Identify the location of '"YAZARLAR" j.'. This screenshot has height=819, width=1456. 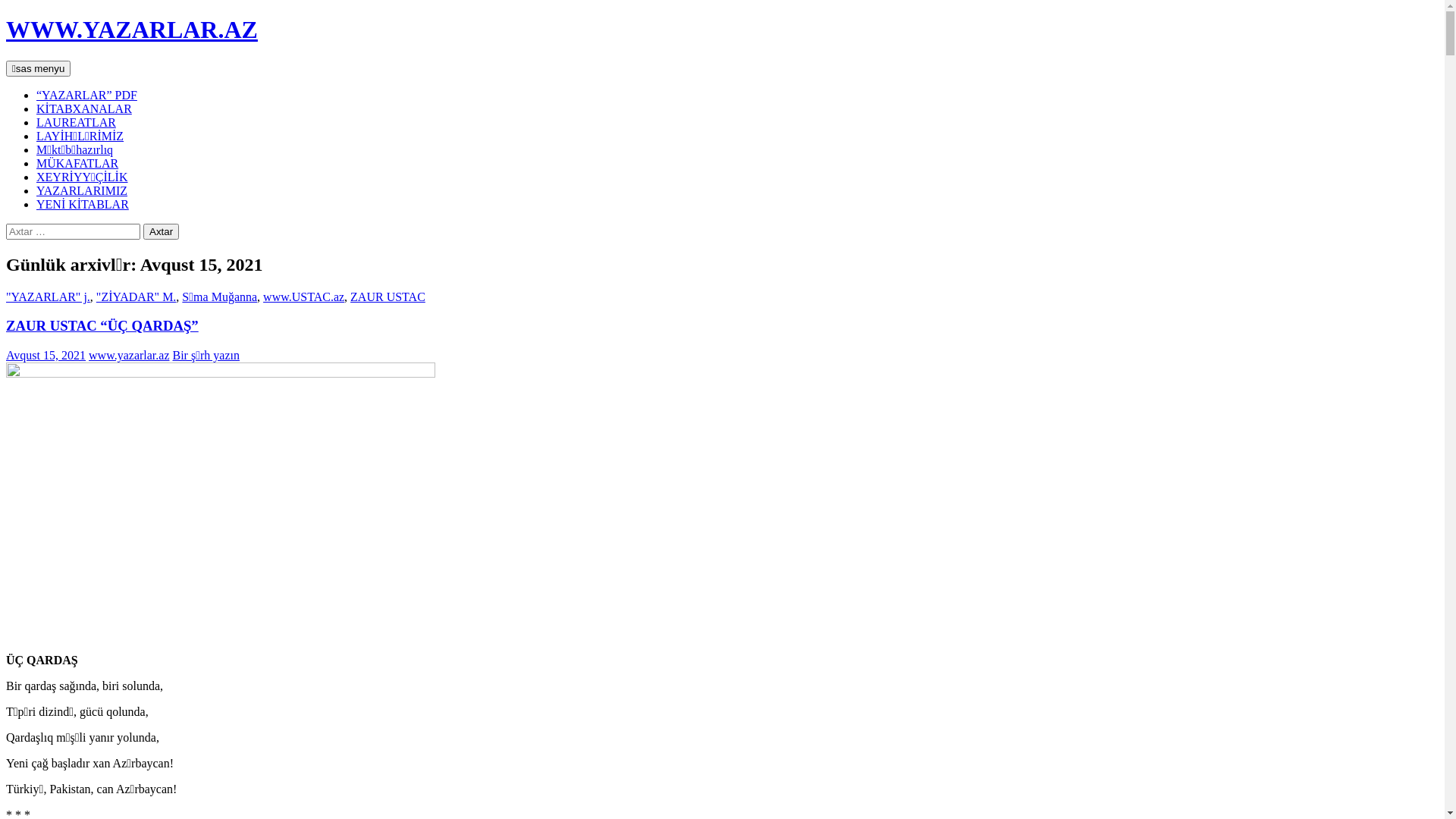
(48, 297).